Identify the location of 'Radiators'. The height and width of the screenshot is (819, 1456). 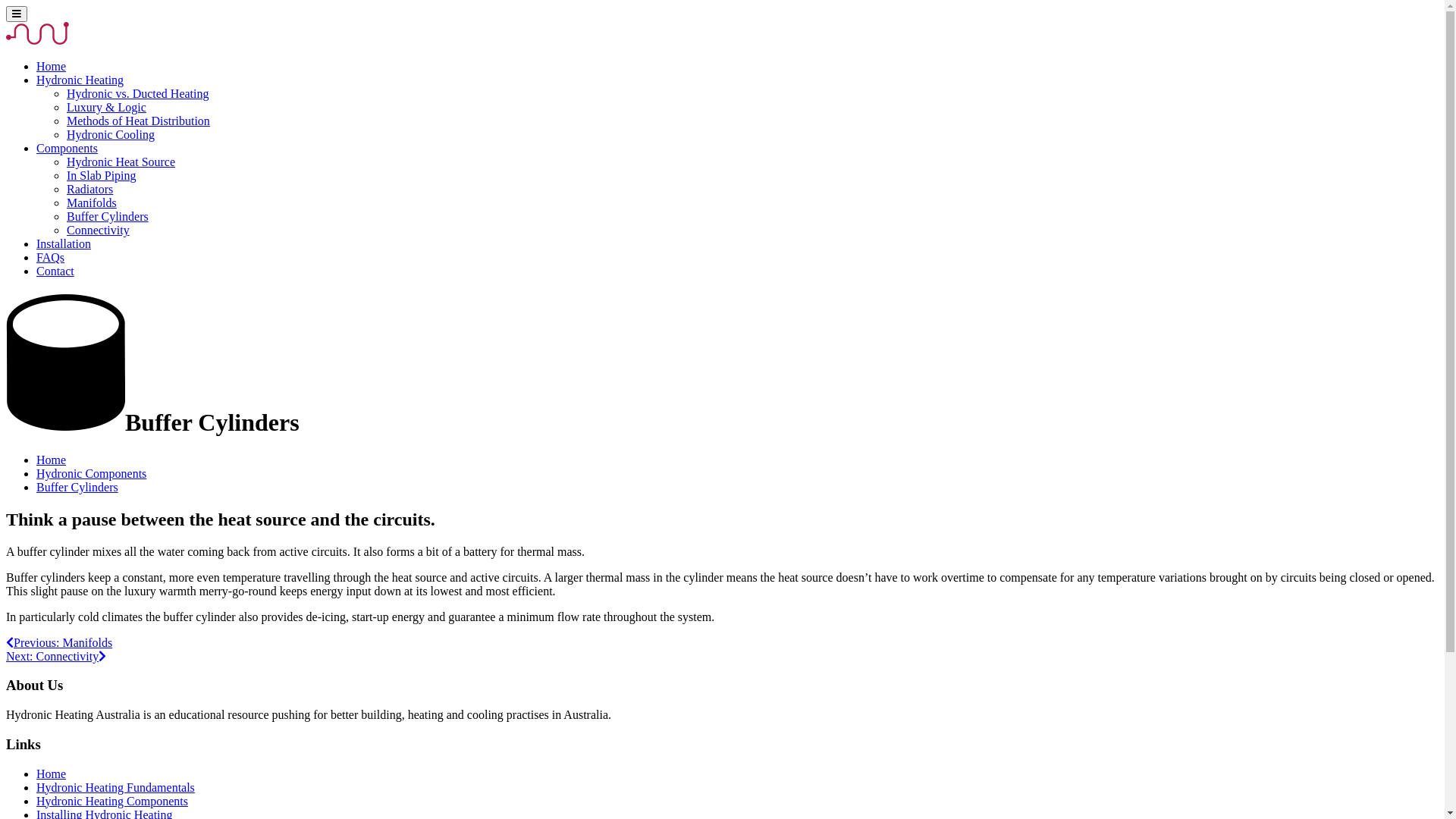
(89, 188).